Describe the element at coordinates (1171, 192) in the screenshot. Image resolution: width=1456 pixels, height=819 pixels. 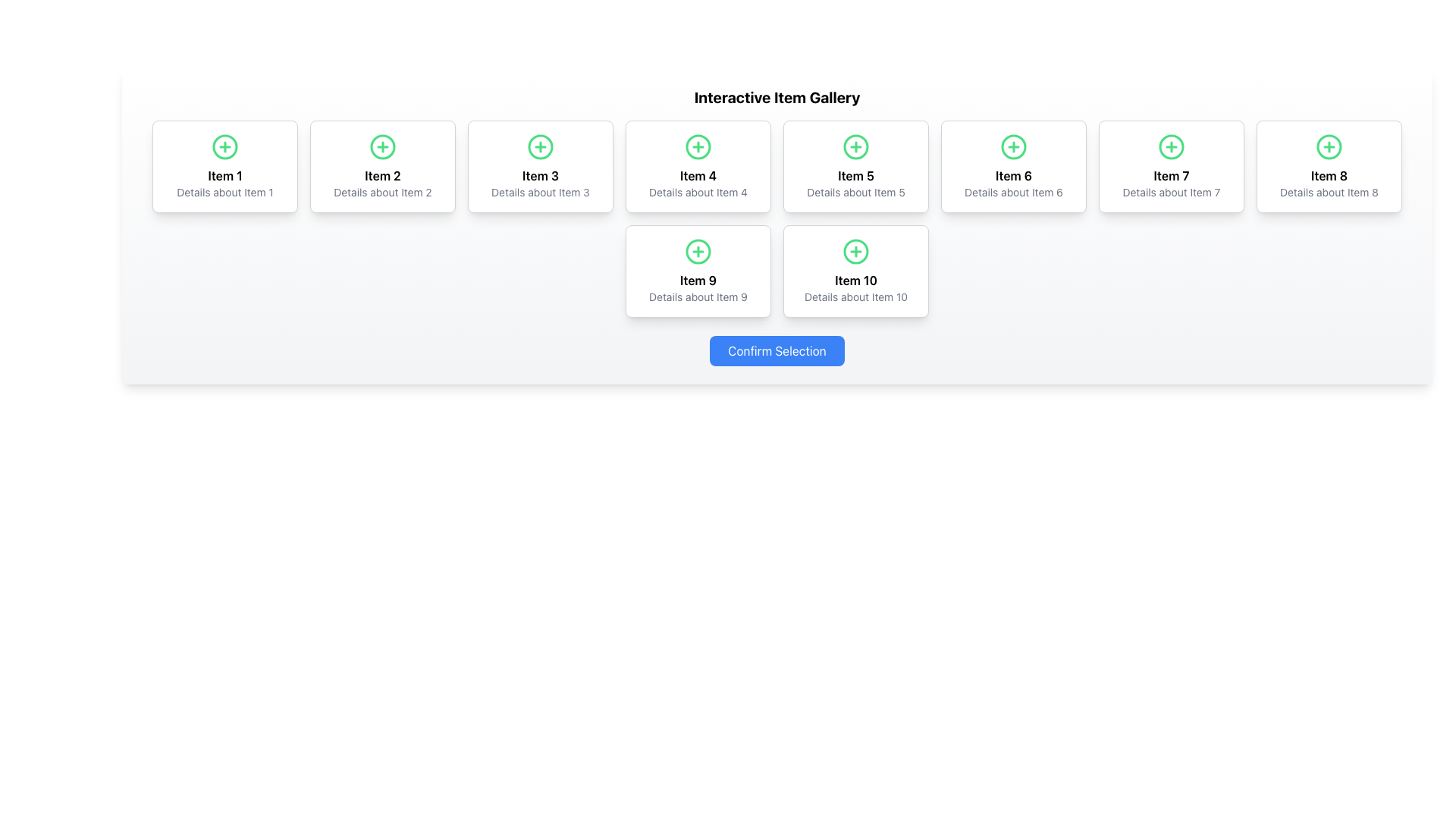
I see `the text label displaying 'Details about Item 7', which is positioned below the bold label 'Item 7' within the card layout` at that location.